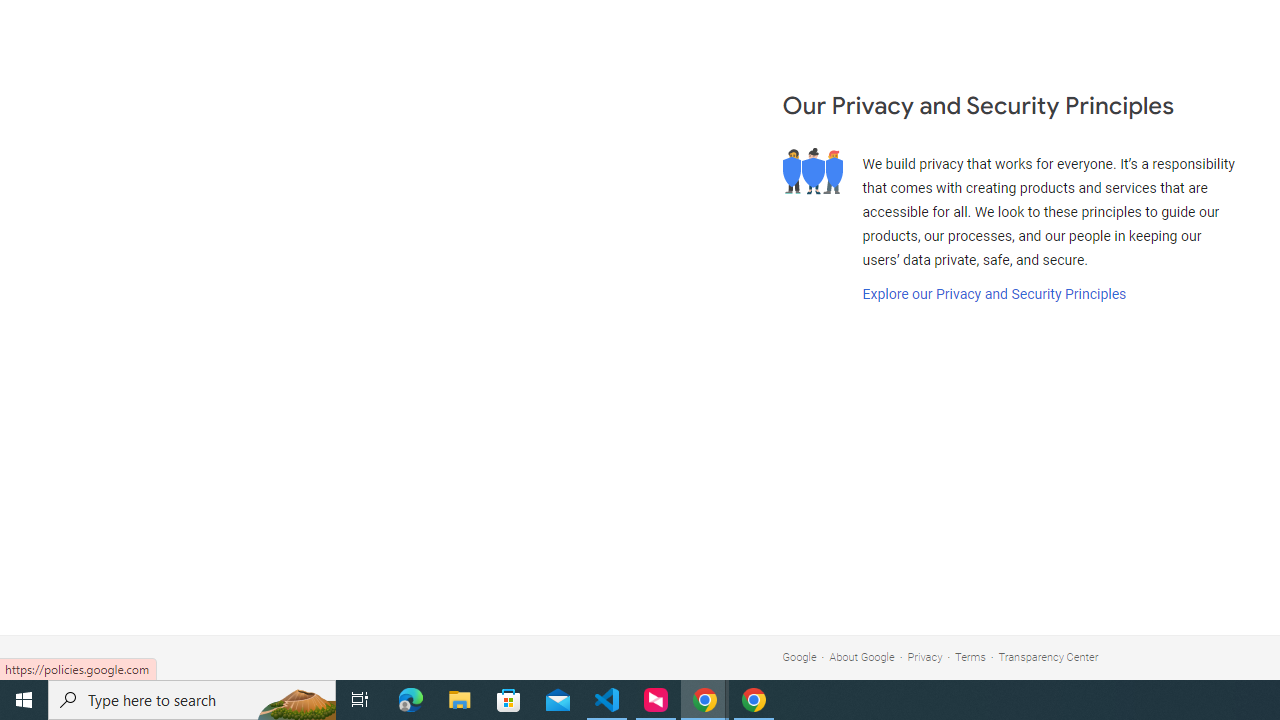  Describe the element at coordinates (924, 657) in the screenshot. I see `'Privacy'` at that location.